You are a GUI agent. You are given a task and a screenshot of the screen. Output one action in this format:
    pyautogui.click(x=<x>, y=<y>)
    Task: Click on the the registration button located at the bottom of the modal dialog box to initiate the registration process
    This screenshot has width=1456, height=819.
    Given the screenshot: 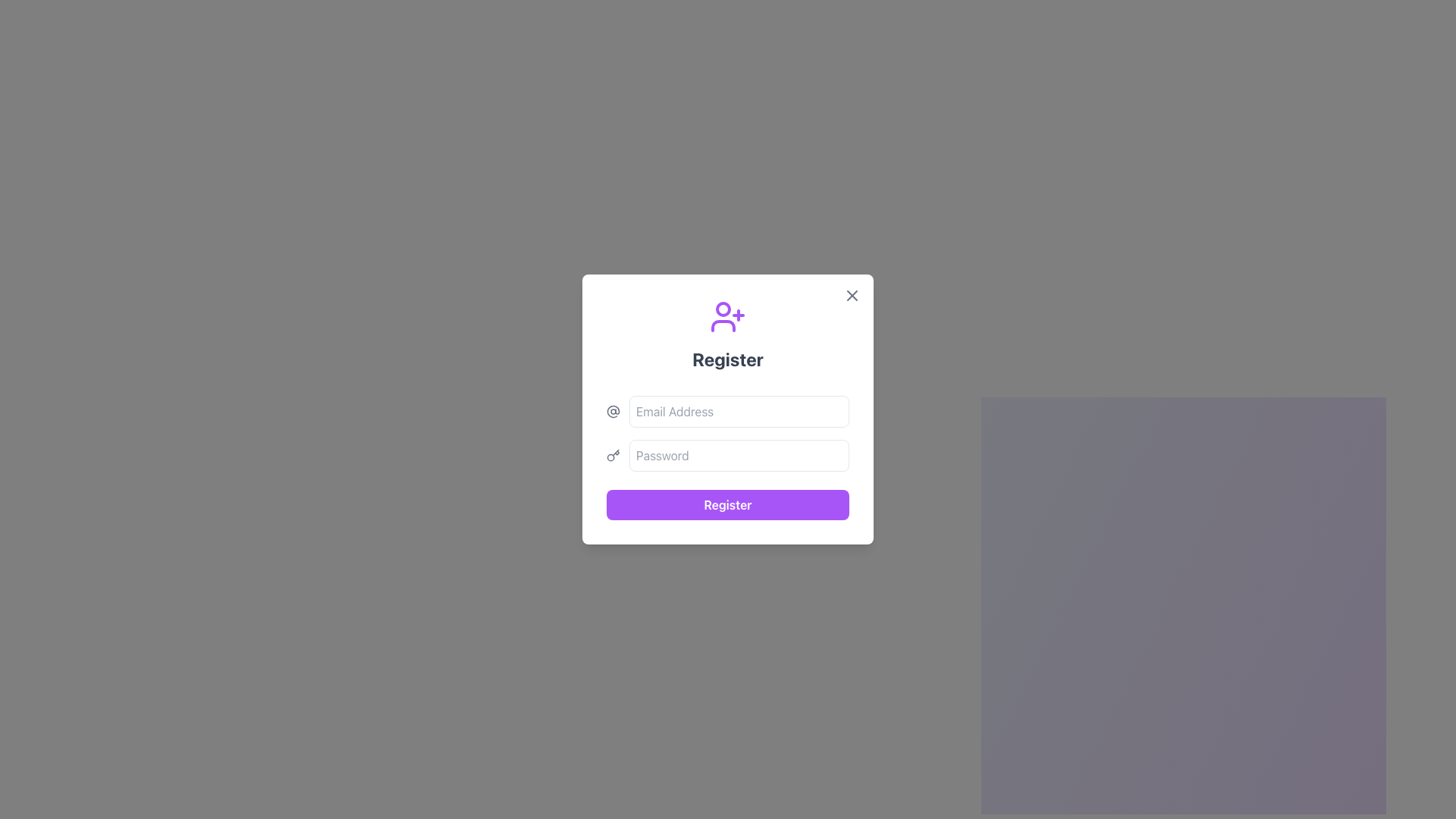 What is the action you would take?
    pyautogui.click(x=728, y=505)
    